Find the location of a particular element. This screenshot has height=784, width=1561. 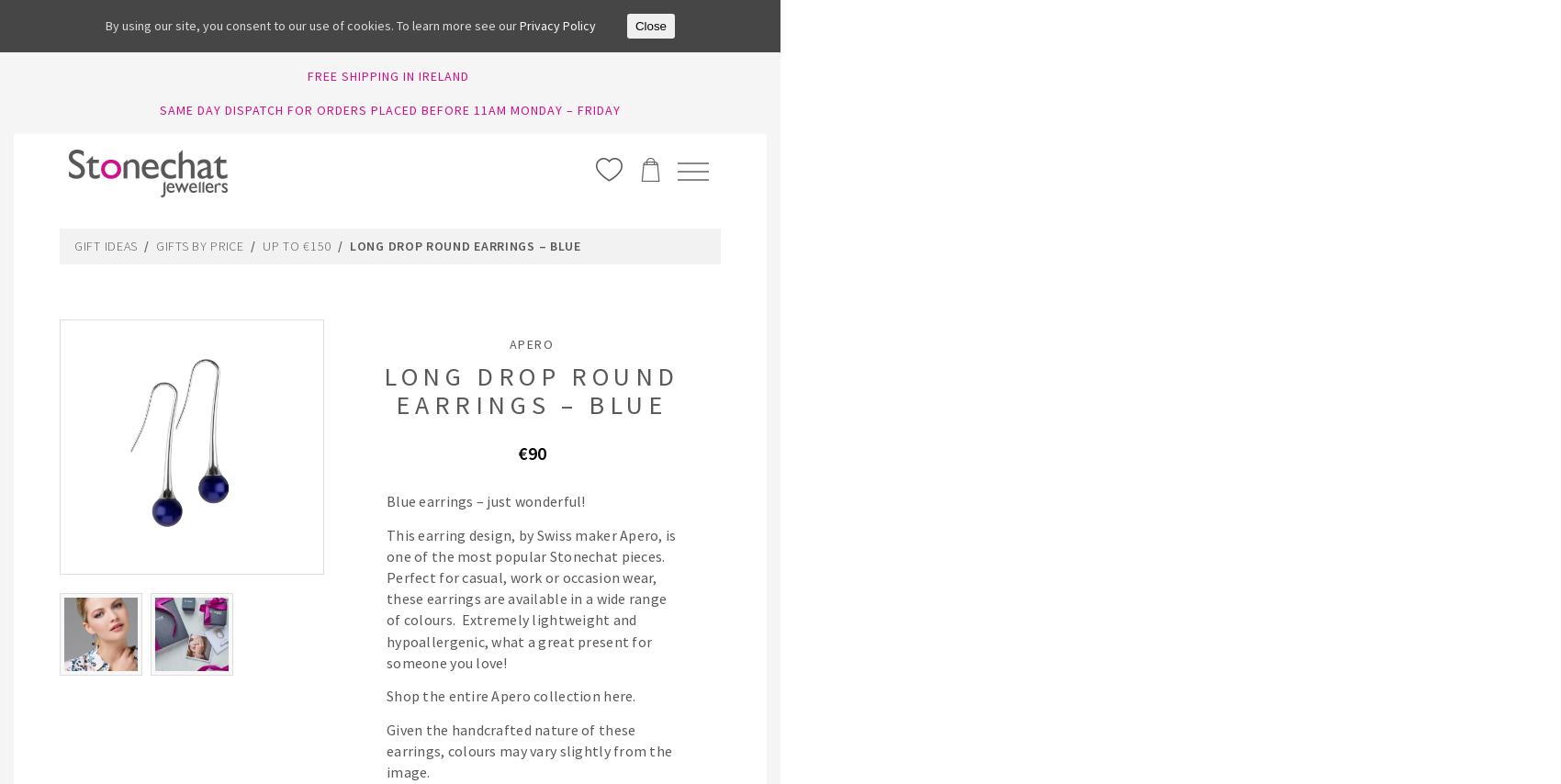

'This earring design, by Swiss maker Apero, is one of the most popular Stonechat pieces.  Perfect for casual, work or occasion wear, these earrings are available in a wide range of colours.  Extremely lightweight and hypoallergenic, what a great present for someone you love!' is located at coordinates (530, 599).